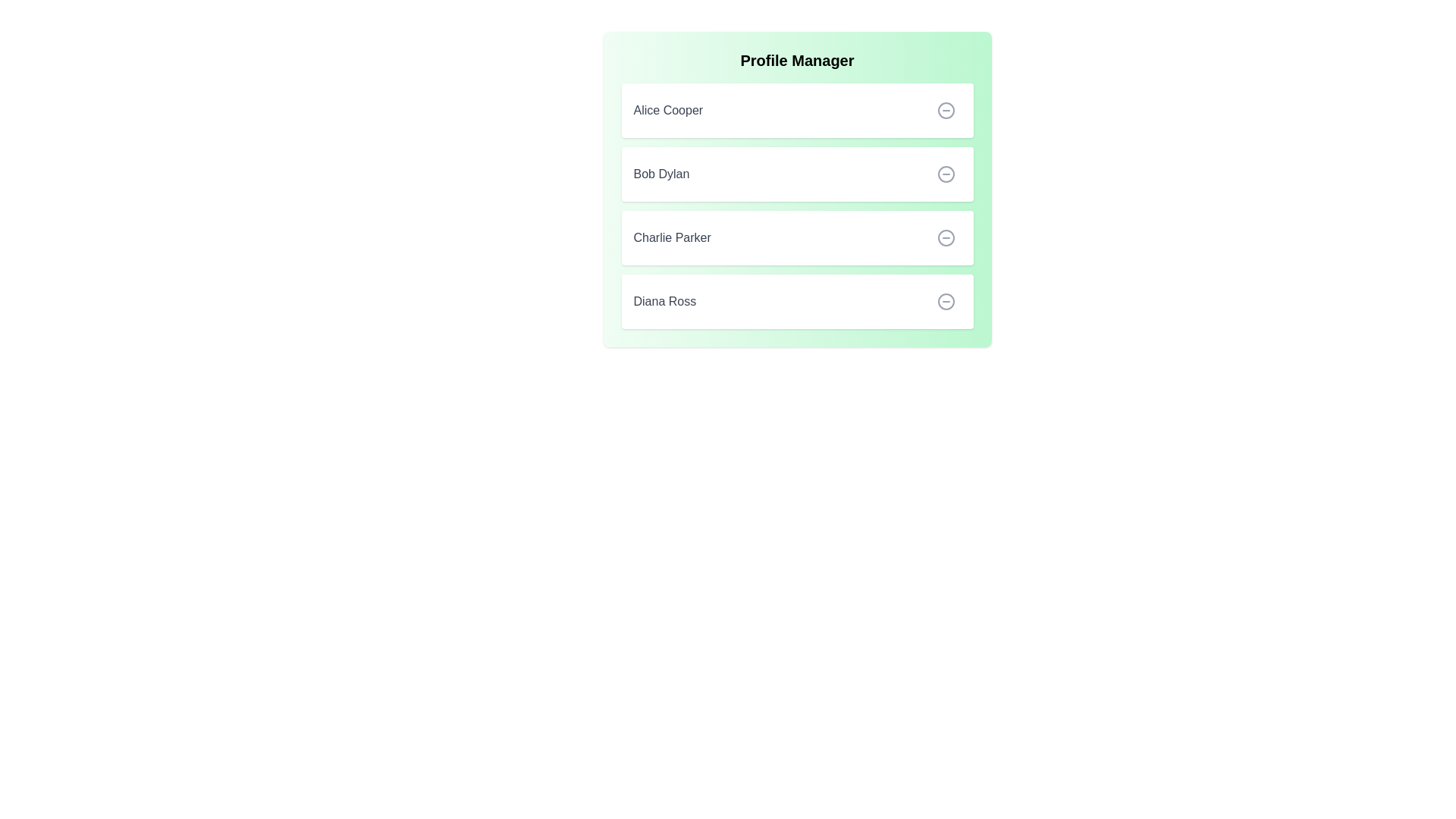 The width and height of the screenshot is (1456, 819). I want to click on toggle button for Charlie Parker to toggle their active state, so click(945, 237).